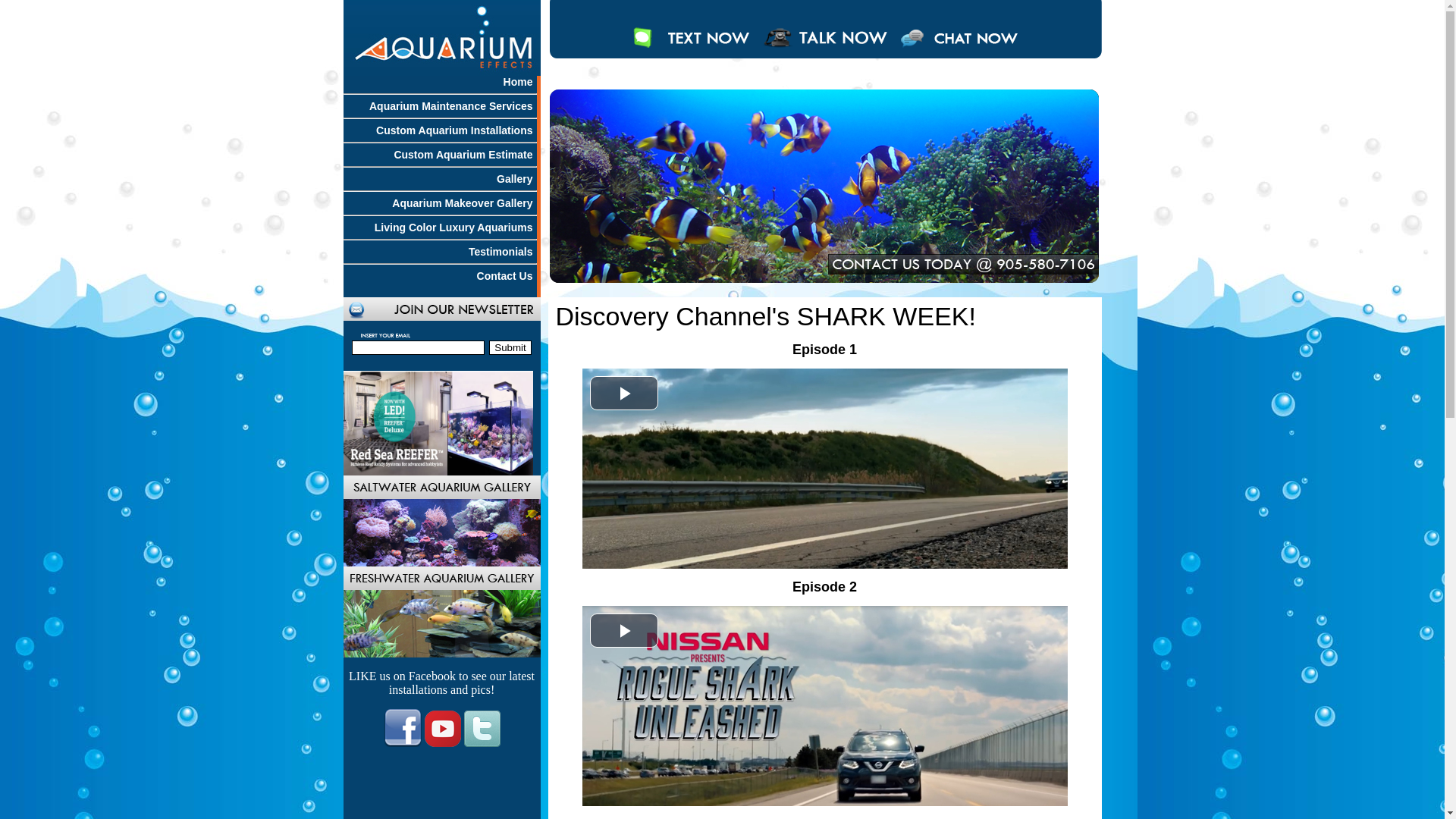 This screenshot has width=1456, height=819. What do you see at coordinates (452, 105) in the screenshot?
I see `'Aquarium Maintenance Services'` at bounding box center [452, 105].